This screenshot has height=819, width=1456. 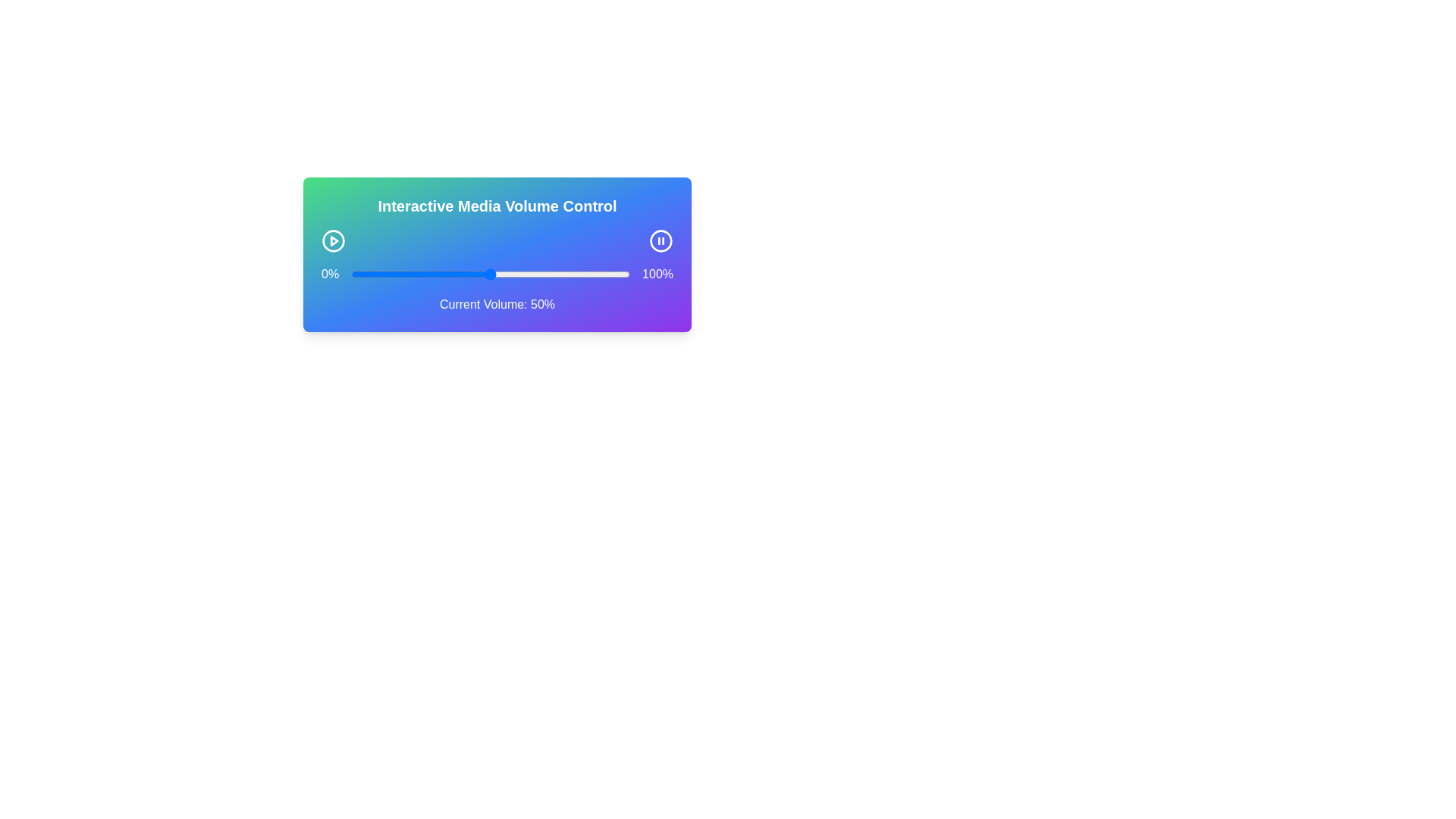 I want to click on the volume slider to 94%, so click(x=613, y=275).